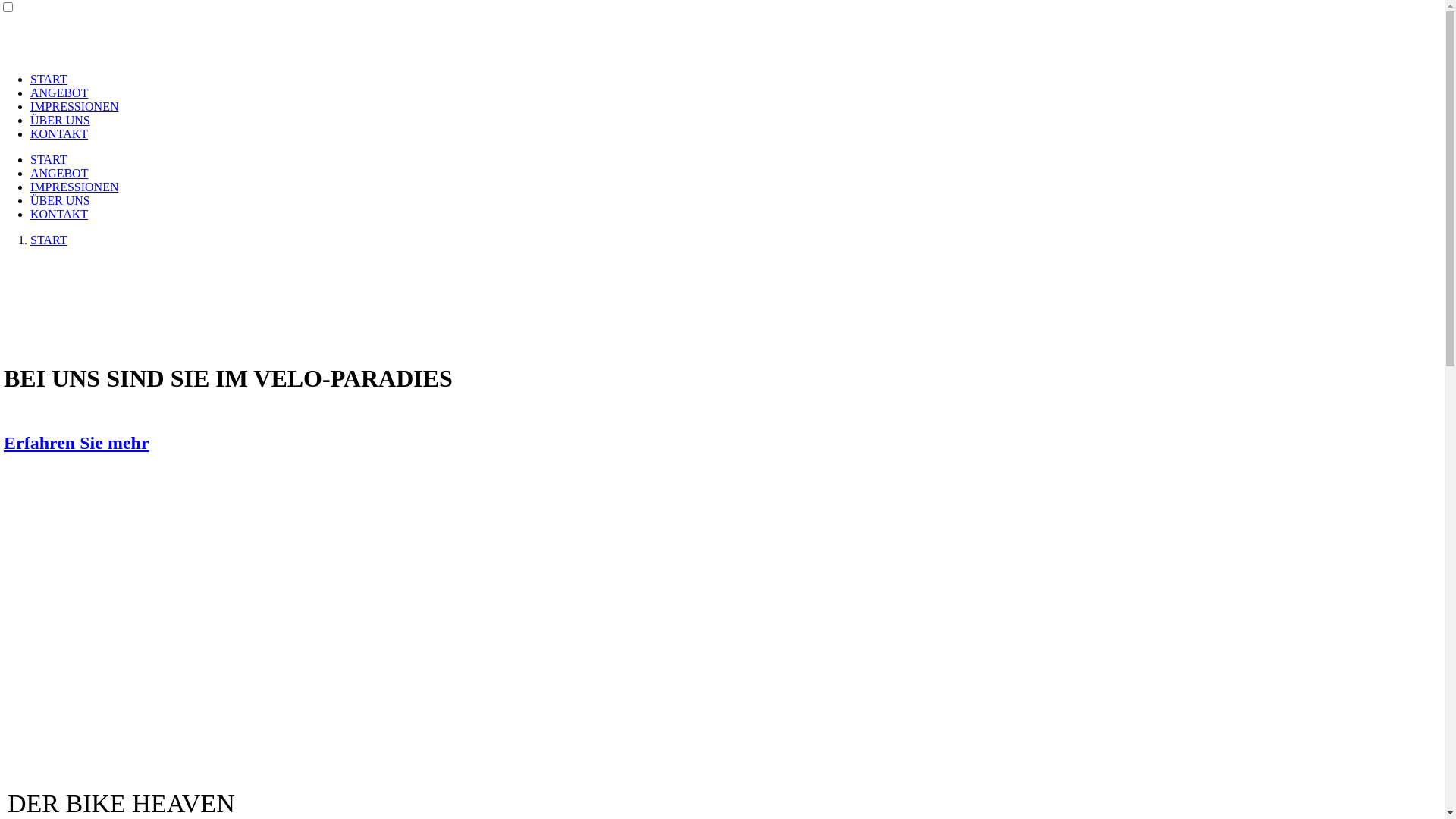  What do you see at coordinates (73, 105) in the screenshot?
I see `'IMPRESSIONEN'` at bounding box center [73, 105].